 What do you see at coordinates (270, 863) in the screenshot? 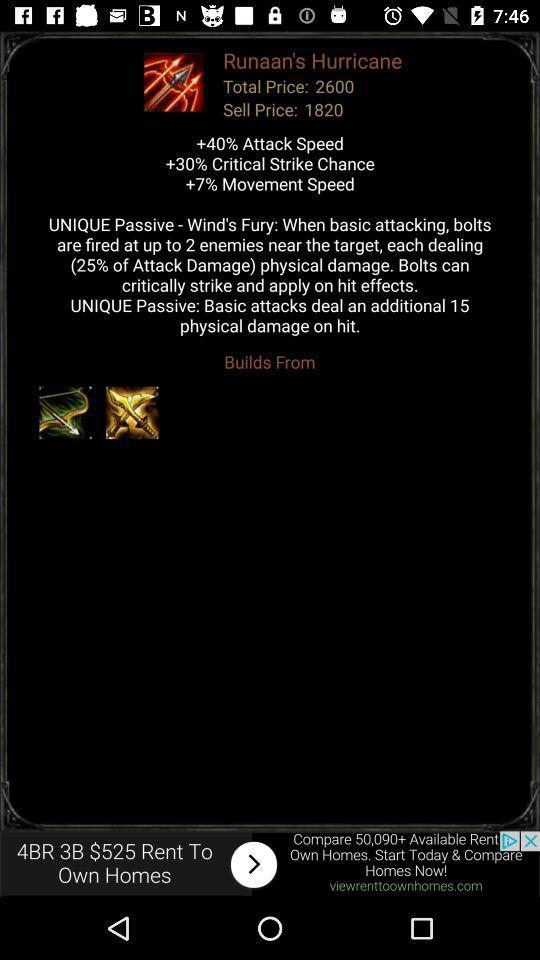
I see `click advertisement` at bounding box center [270, 863].